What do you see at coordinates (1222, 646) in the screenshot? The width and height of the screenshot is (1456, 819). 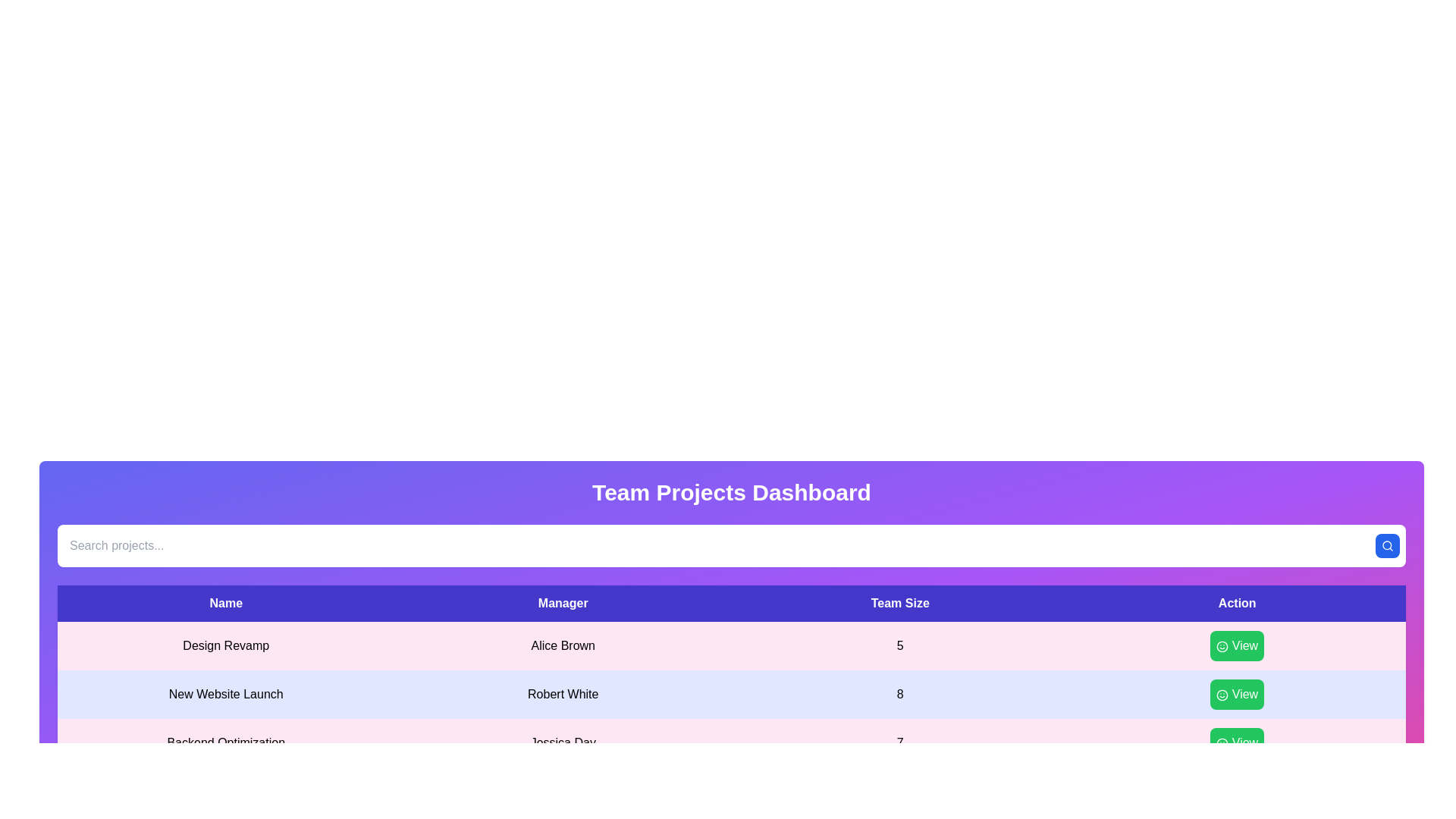 I see `the circular icon element of the smiley icon located near the top-right corner of the action buttons section` at bounding box center [1222, 646].